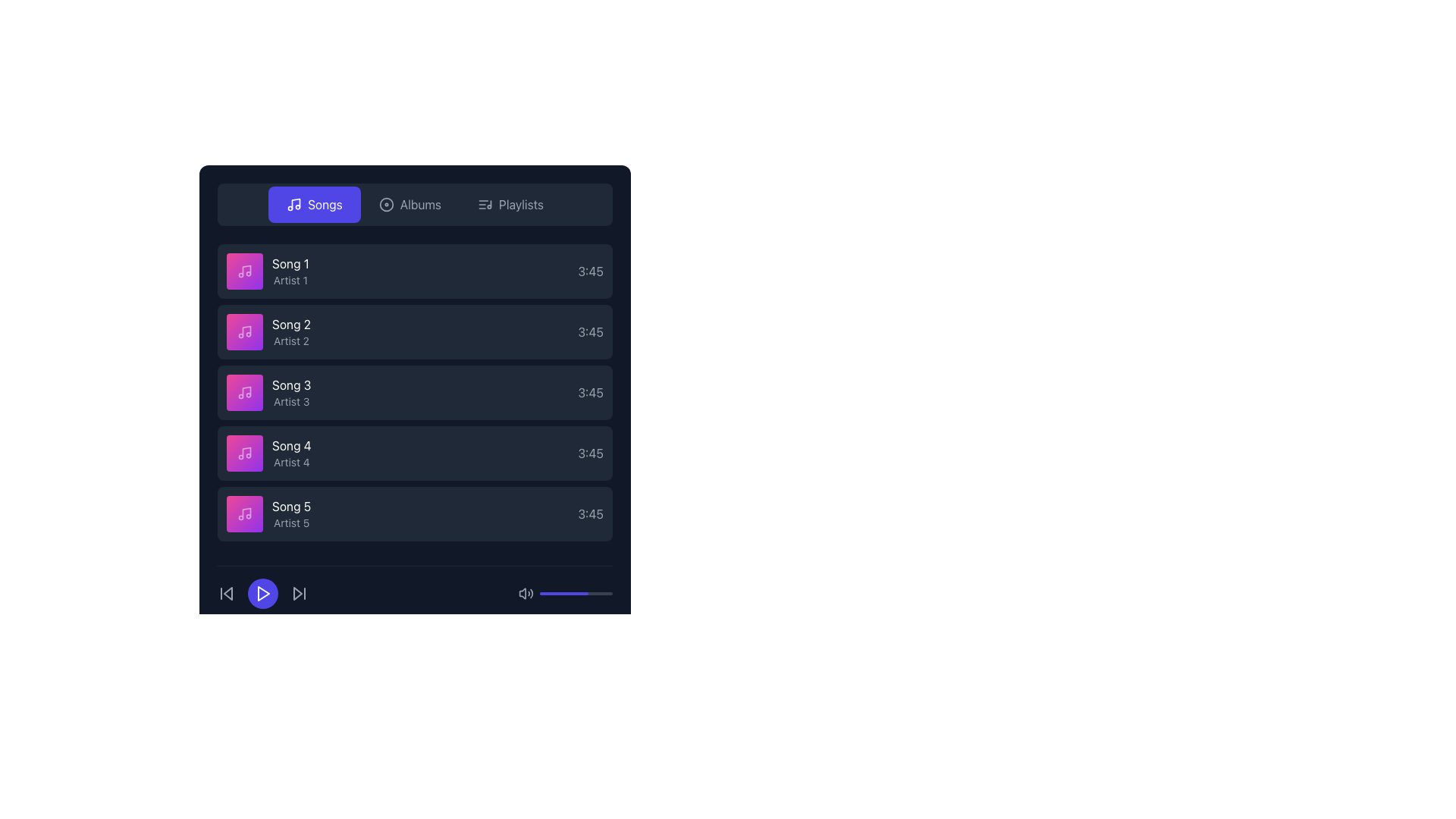 Image resolution: width=1456 pixels, height=819 pixels. What do you see at coordinates (268, 513) in the screenshot?
I see `and drop the audio track item 'Song 5' by 'Artist 5'` at bounding box center [268, 513].